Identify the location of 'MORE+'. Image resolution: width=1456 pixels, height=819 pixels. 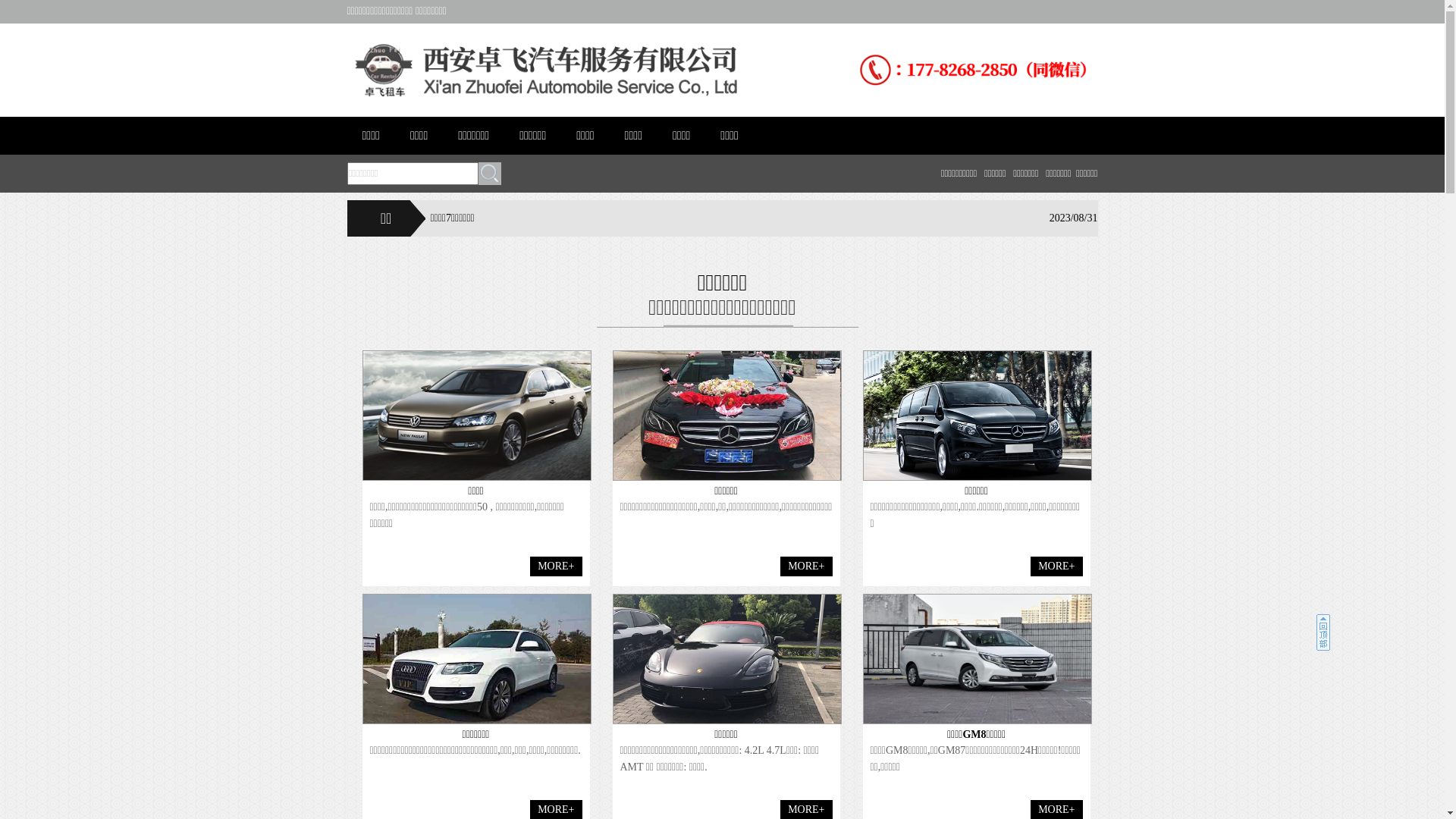
(1055, 566).